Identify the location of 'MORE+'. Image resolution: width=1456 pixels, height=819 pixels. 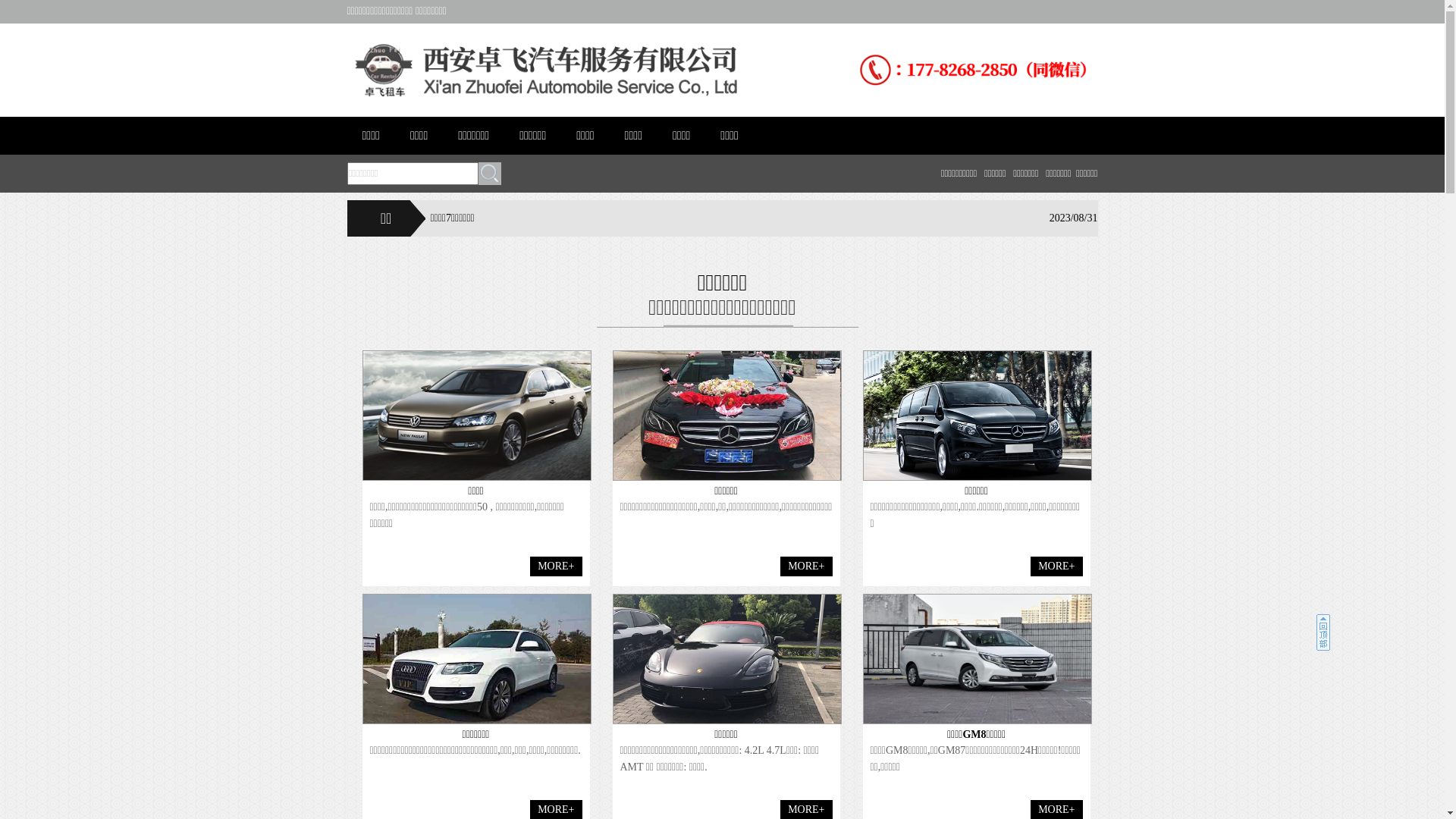
(1055, 566).